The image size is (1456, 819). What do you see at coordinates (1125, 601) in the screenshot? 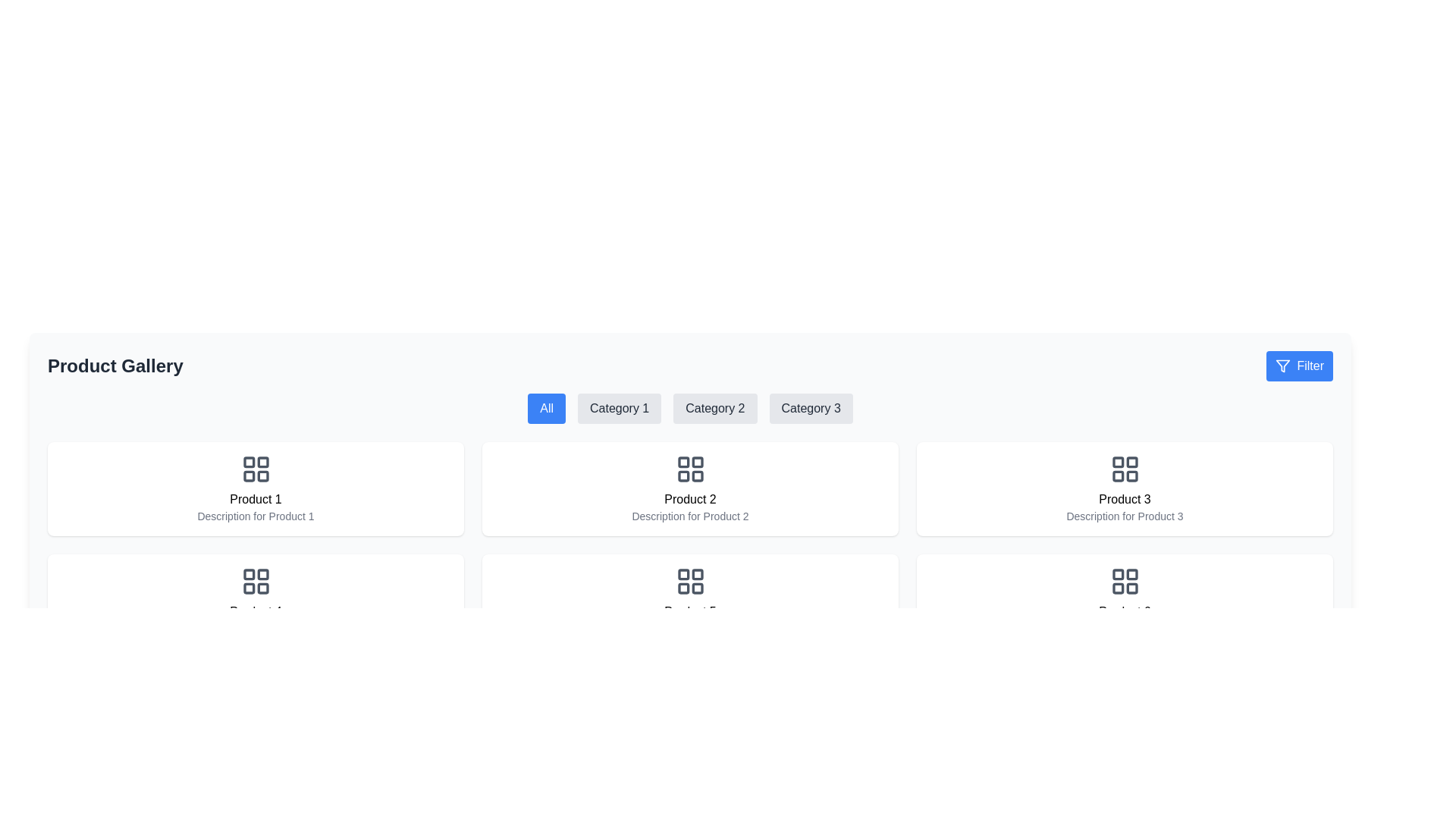
I see `the product card located in the bottom-right corner of the 3x2 grid layout` at bounding box center [1125, 601].